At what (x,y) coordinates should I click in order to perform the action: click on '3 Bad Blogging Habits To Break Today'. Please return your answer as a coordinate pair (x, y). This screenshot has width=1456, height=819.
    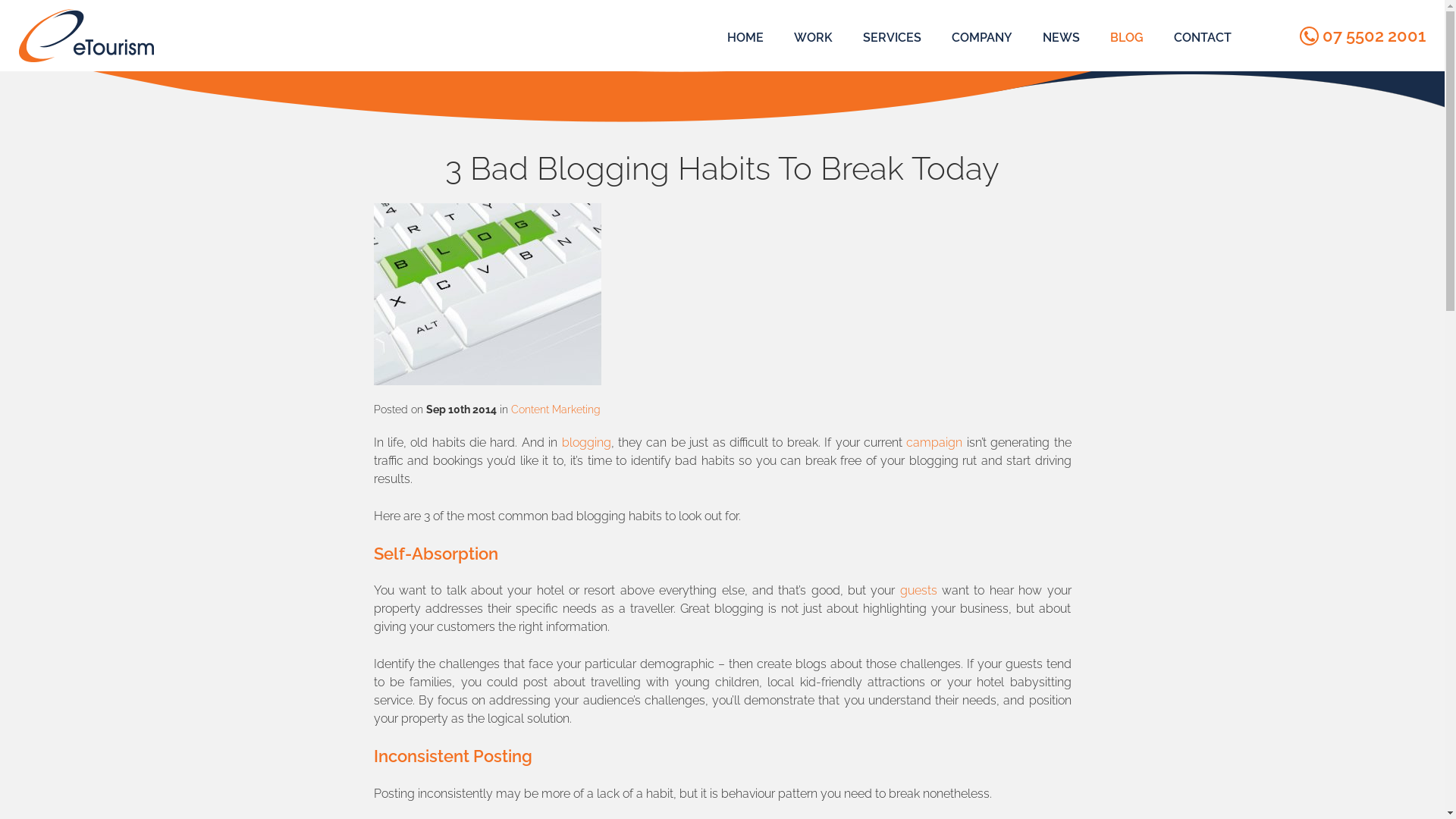
    Looking at the image, I should click on (487, 294).